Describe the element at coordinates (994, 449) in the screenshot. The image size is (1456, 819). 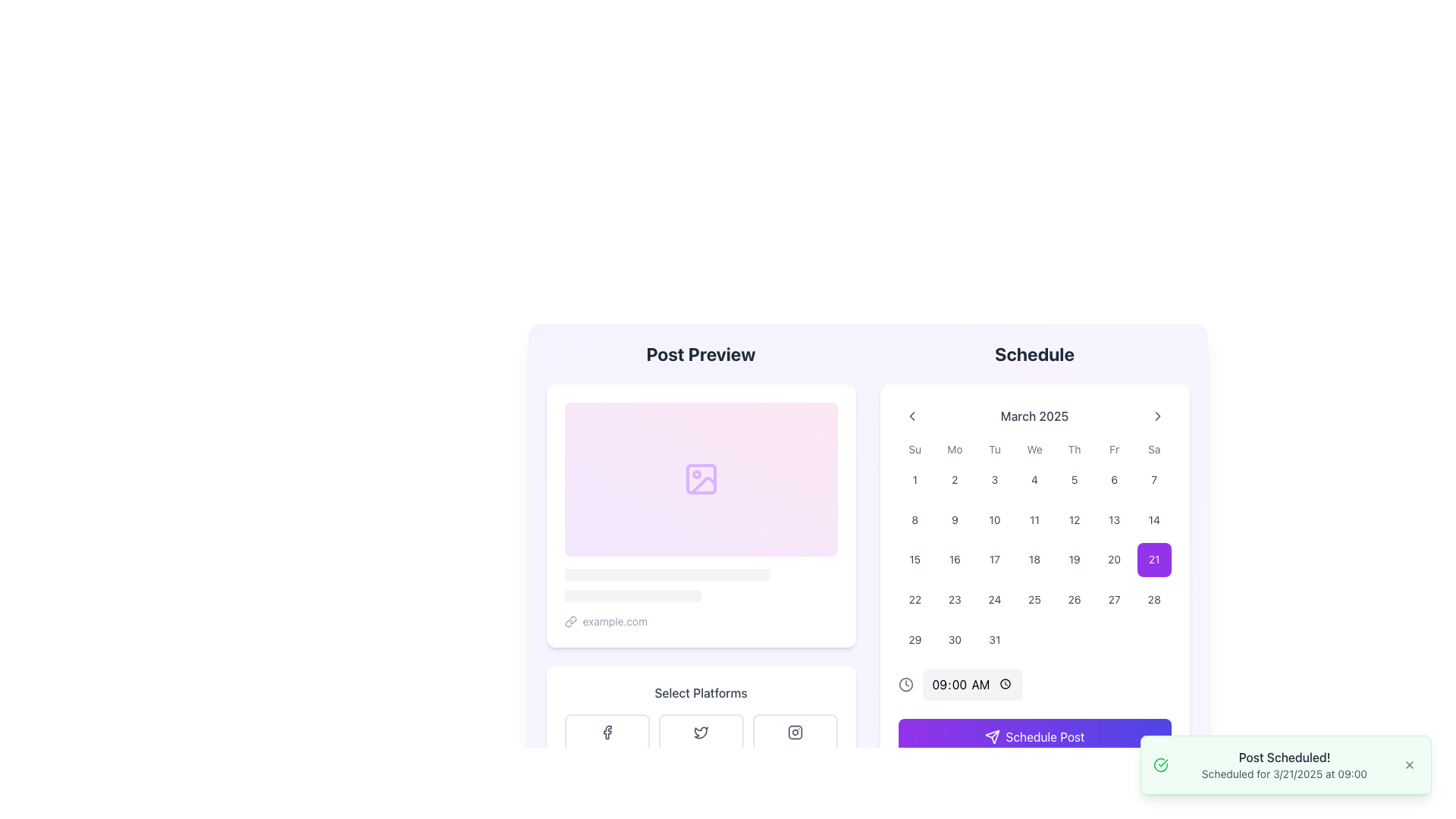
I see `the non-interactive text label for Tuesdays in the calendar view, which is the third entry in the row of weekday abbreviations, located between 'Mo' and 'We'` at that location.